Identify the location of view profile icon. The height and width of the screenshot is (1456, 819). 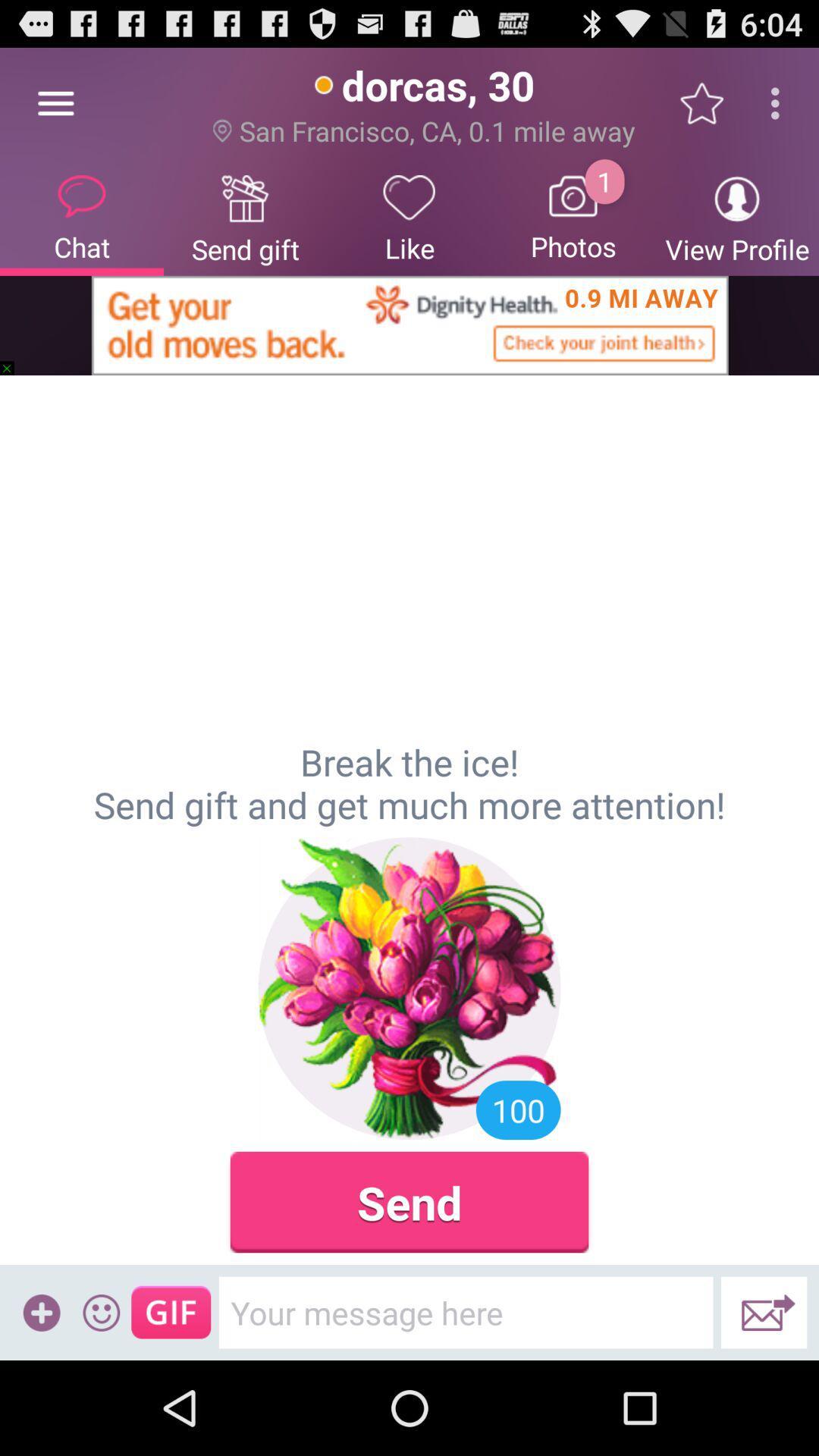
(736, 216).